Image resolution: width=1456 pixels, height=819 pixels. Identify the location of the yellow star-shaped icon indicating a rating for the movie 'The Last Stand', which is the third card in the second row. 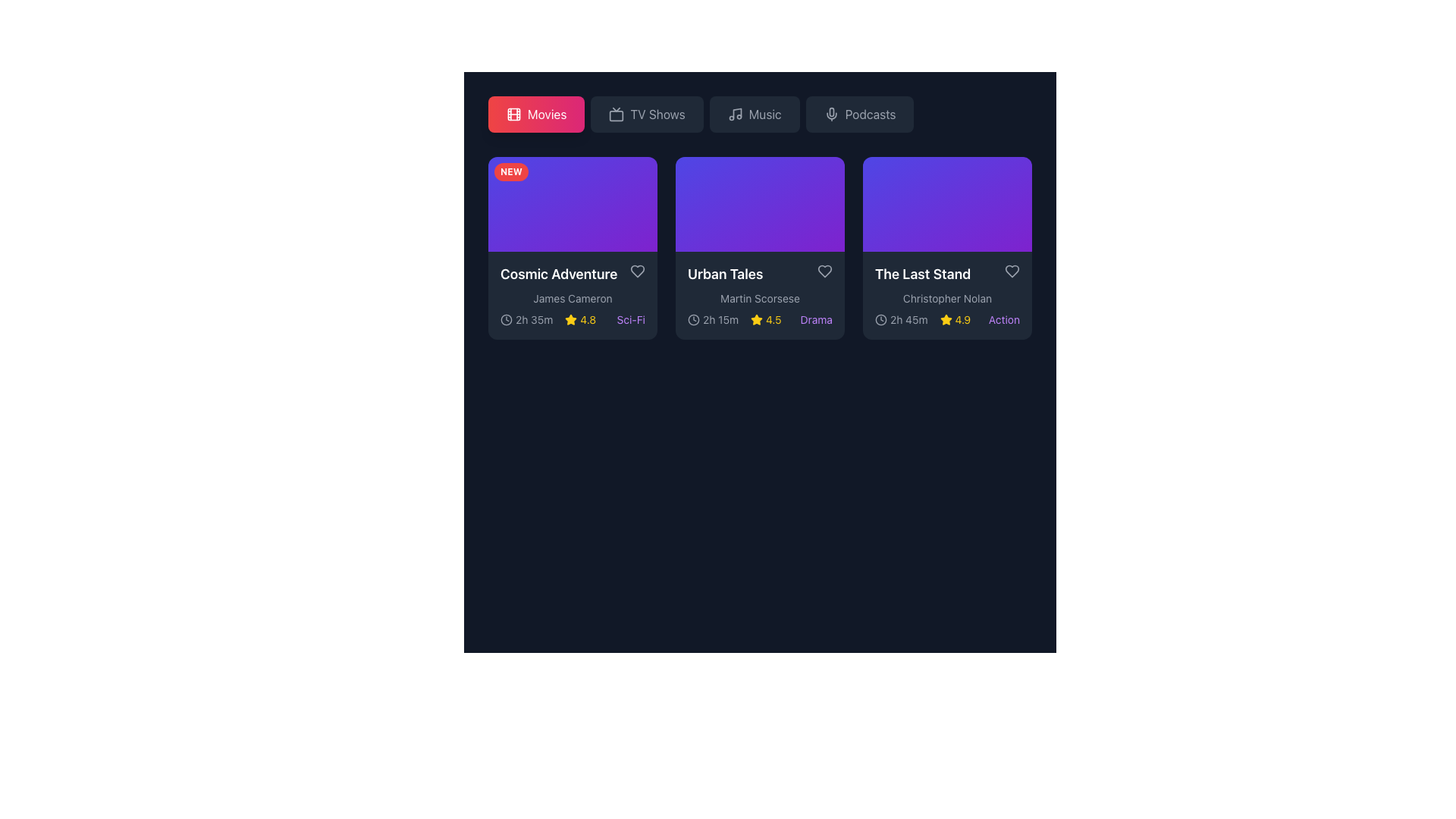
(945, 319).